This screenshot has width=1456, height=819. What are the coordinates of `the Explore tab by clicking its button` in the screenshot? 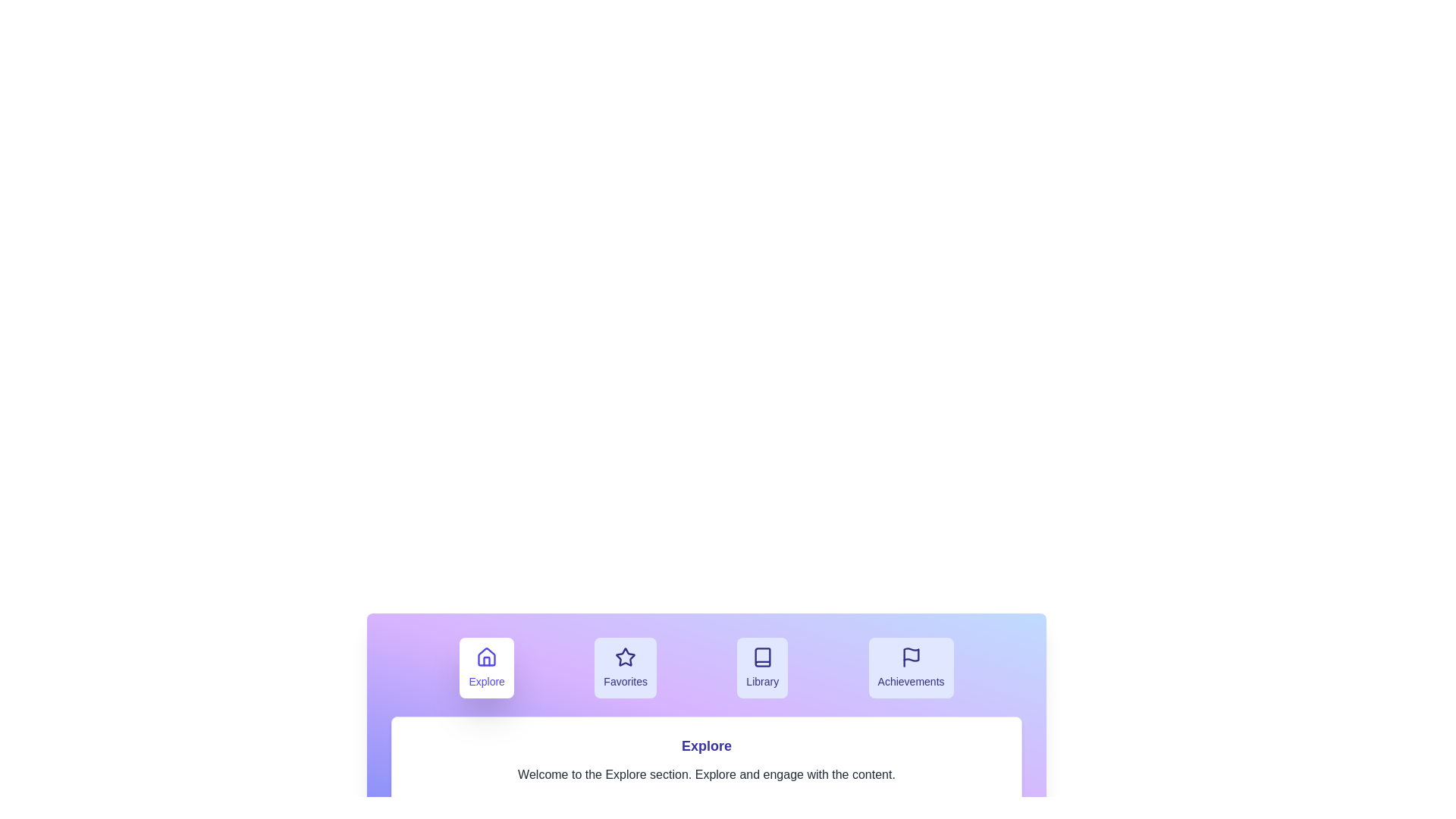 It's located at (487, 667).